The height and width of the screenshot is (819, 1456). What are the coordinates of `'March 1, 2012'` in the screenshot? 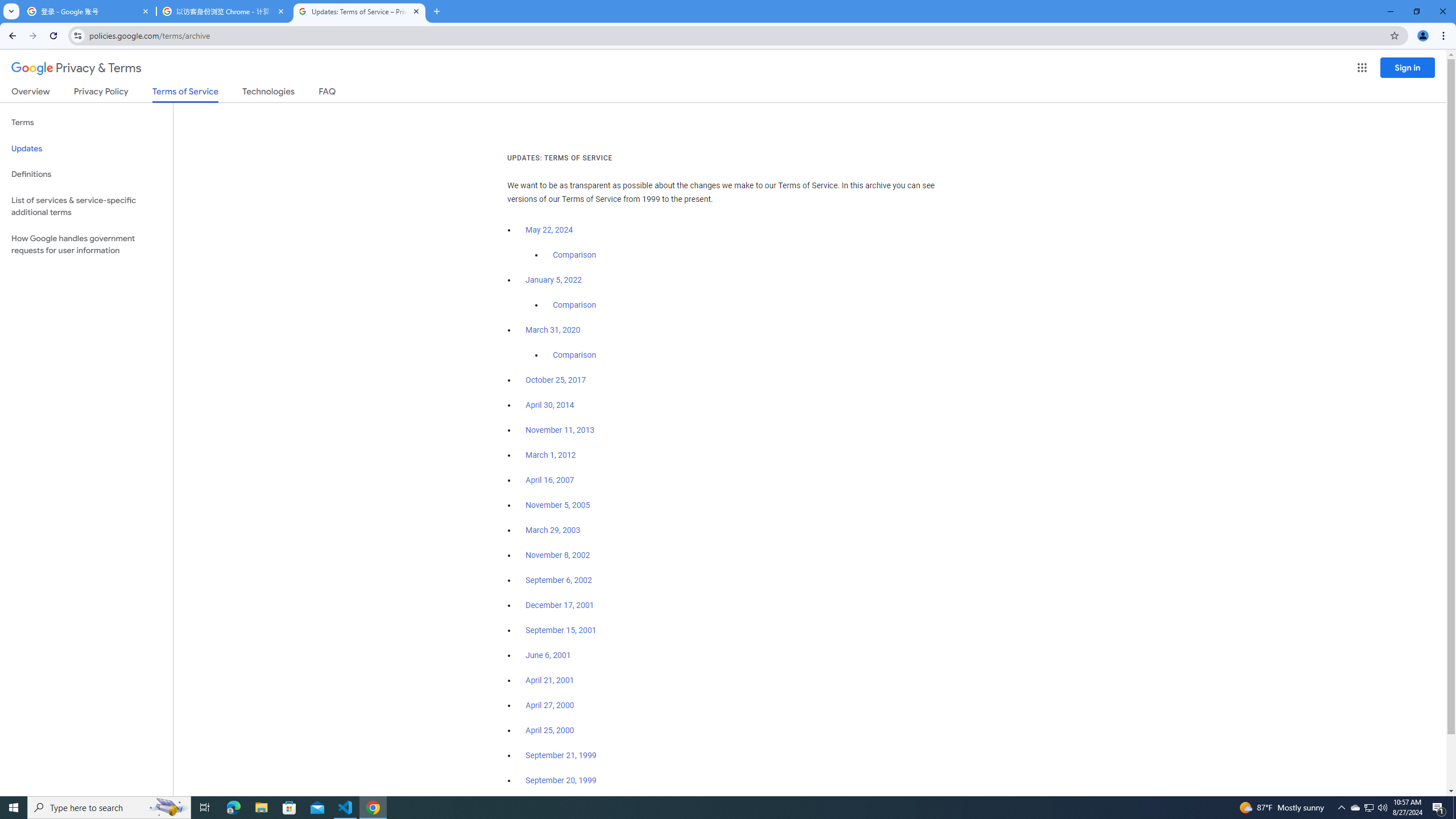 It's located at (550, 455).